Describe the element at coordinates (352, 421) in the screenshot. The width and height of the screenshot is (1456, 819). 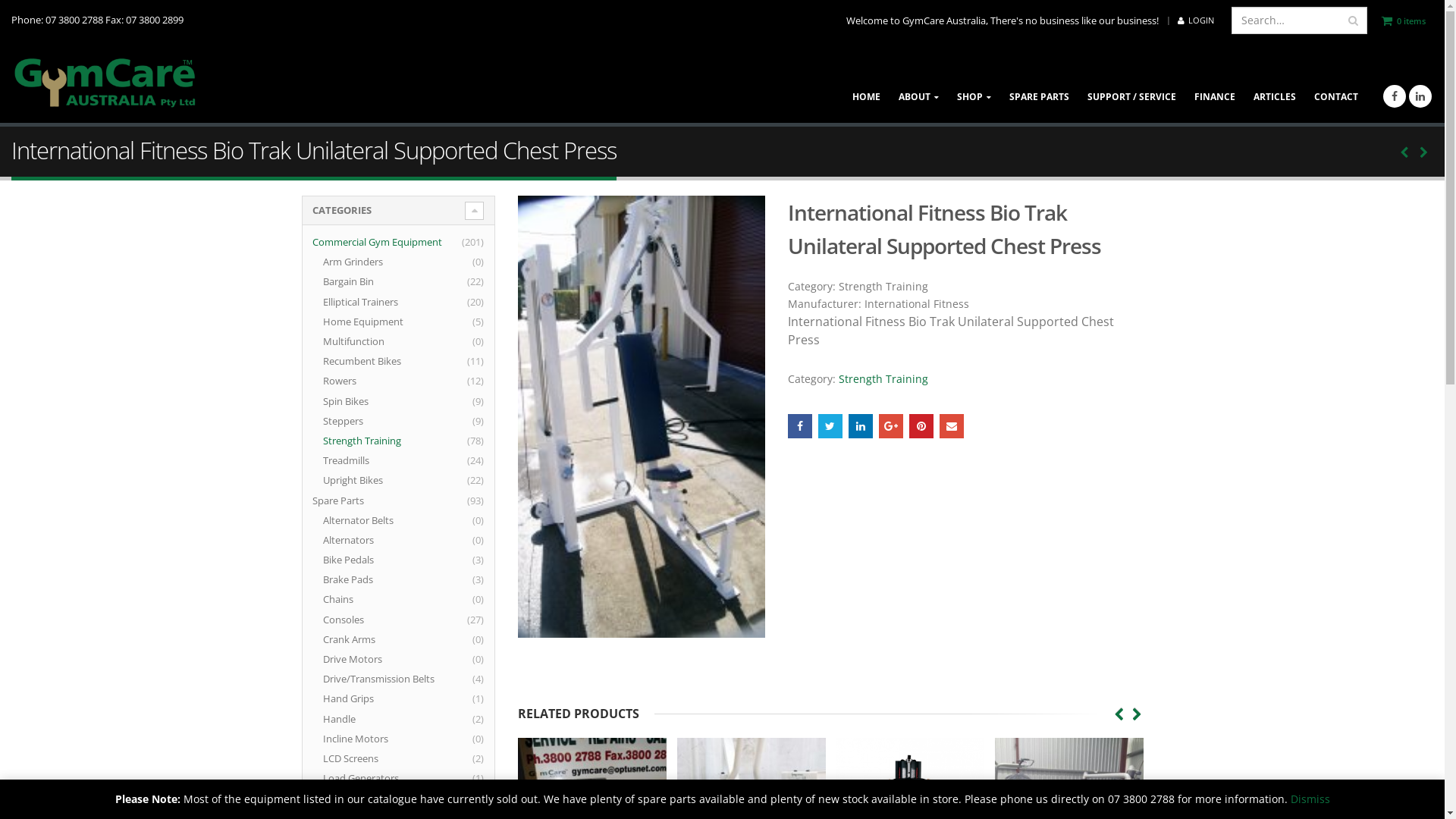
I see `'Steppers'` at that location.